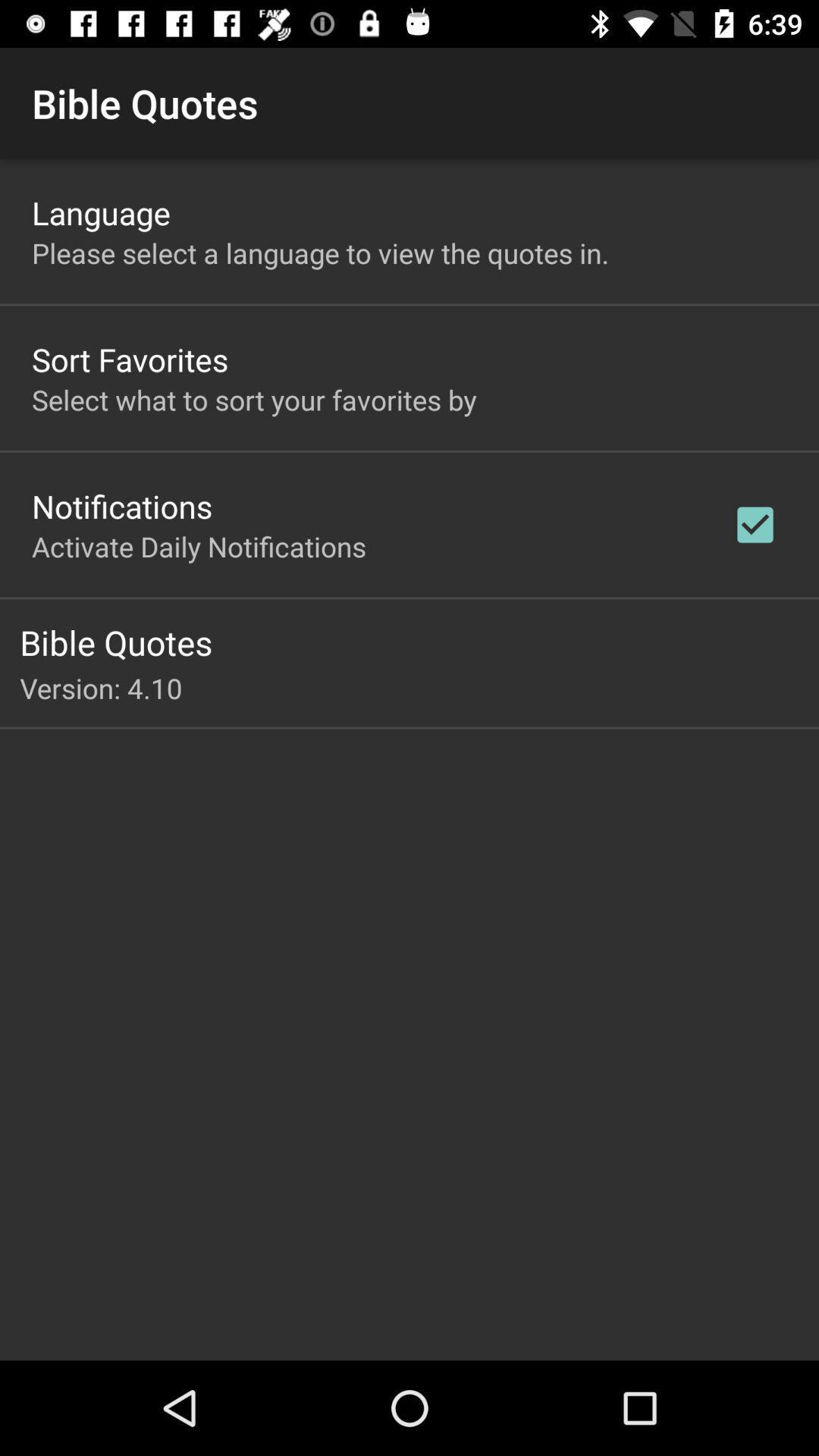  I want to click on the please select a icon, so click(319, 253).